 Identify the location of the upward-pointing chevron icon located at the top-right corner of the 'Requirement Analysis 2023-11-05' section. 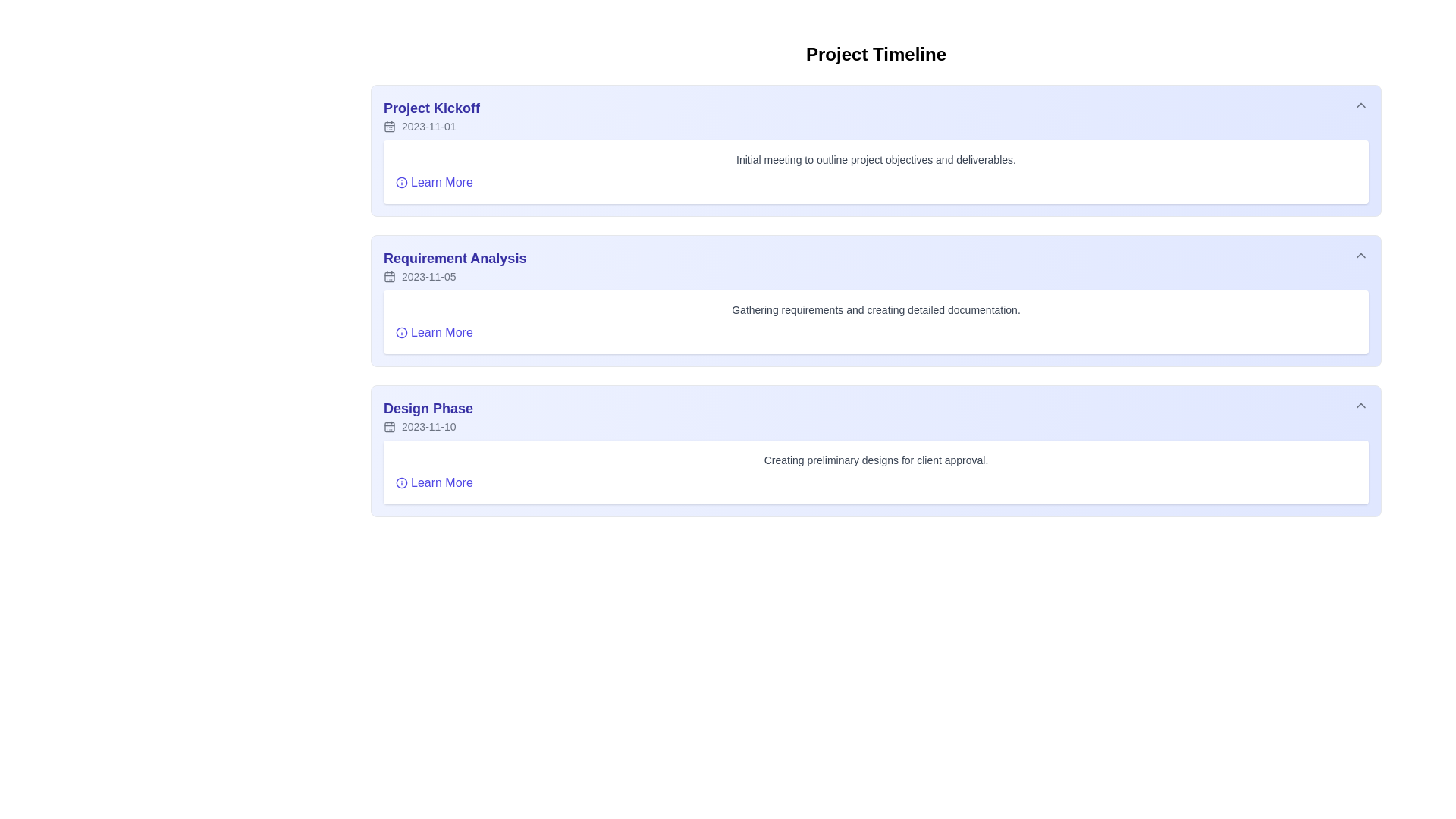
(1361, 254).